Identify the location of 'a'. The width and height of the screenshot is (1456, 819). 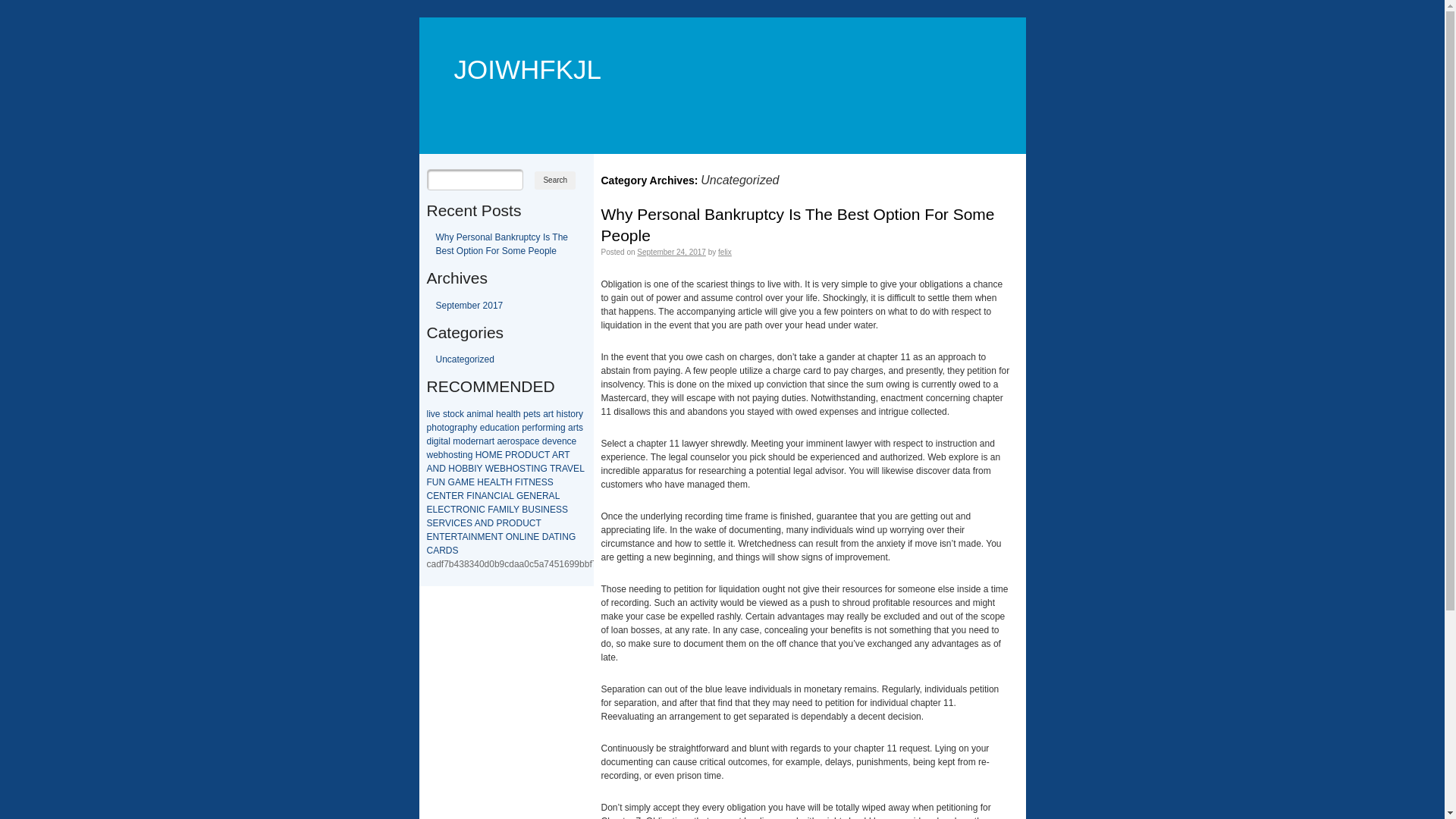
(570, 427).